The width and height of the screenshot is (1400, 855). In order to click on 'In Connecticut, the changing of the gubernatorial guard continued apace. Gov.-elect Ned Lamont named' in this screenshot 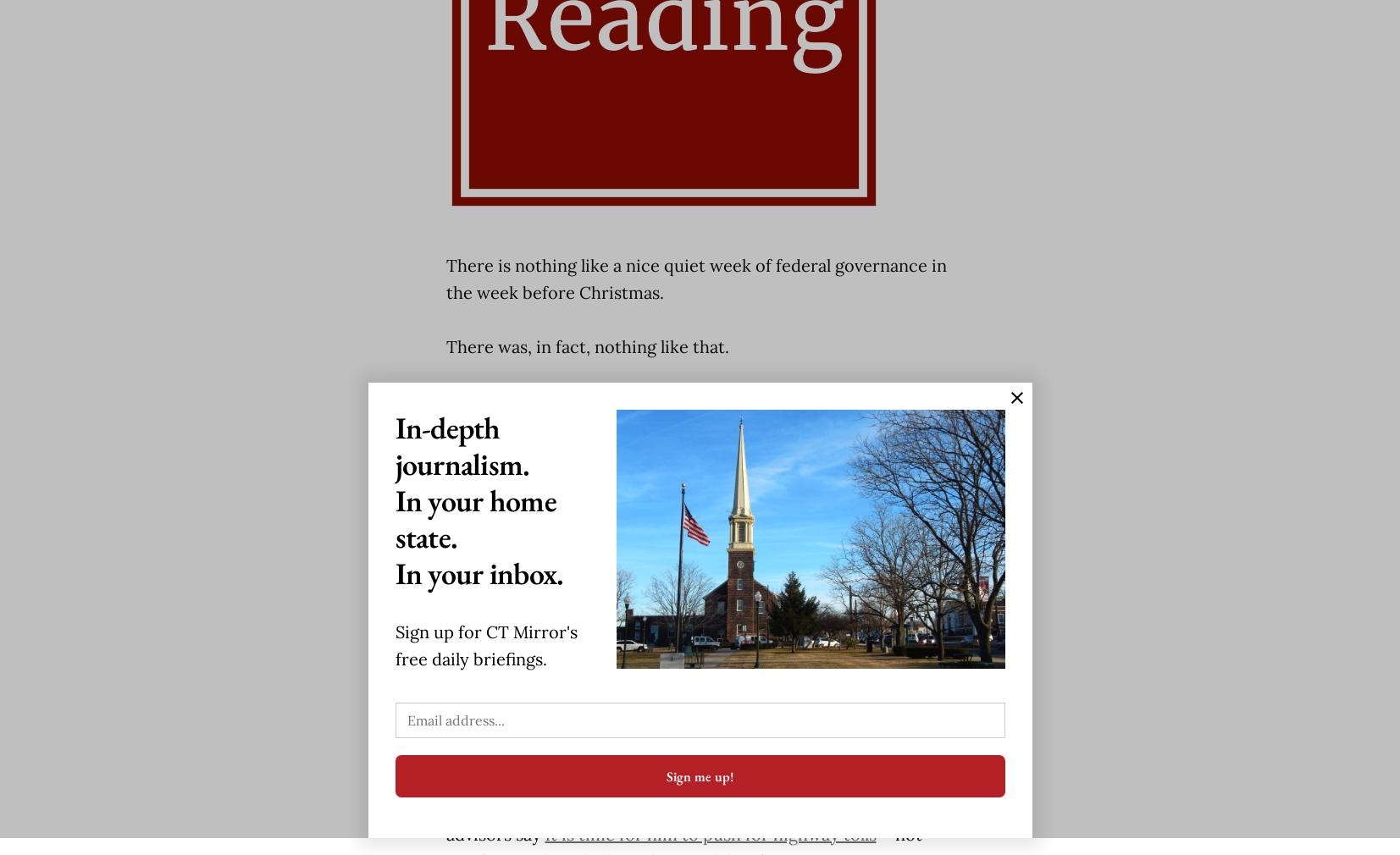, I will do `click(666, 575)`.